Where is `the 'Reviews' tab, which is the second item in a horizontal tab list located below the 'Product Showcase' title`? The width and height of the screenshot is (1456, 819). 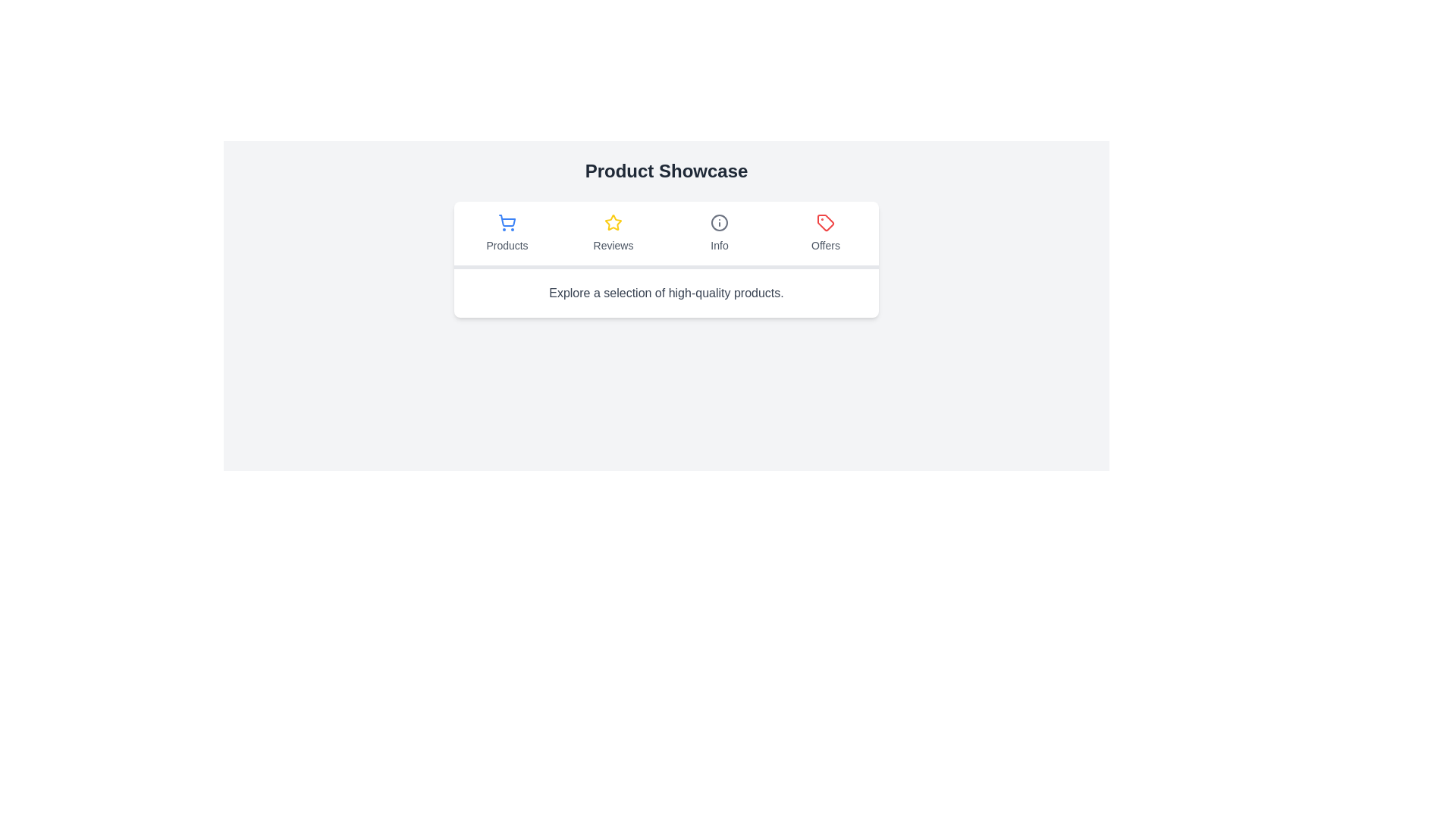 the 'Reviews' tab, which is the second item in a horizontal tab list located below the 'Product Showcase' title is located at coordinates (613, 234).